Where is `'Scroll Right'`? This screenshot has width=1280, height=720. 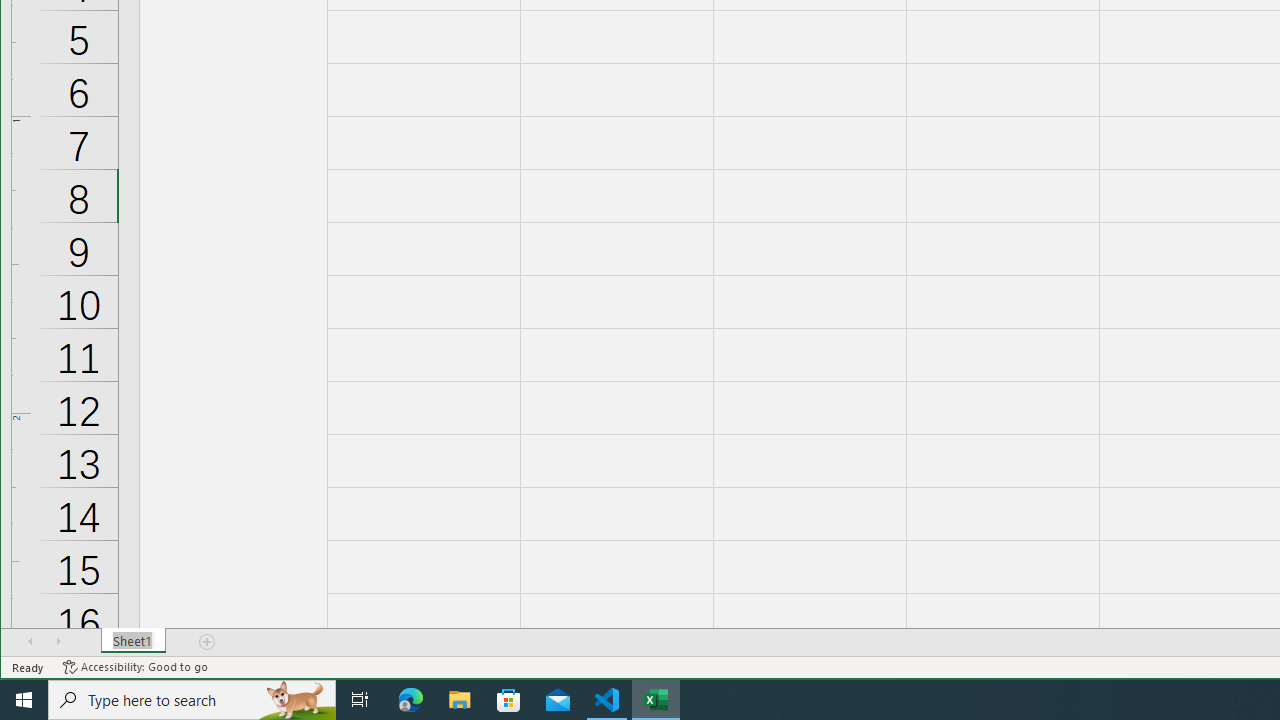
'Scroll Right' is located at coordinates (58, 641).